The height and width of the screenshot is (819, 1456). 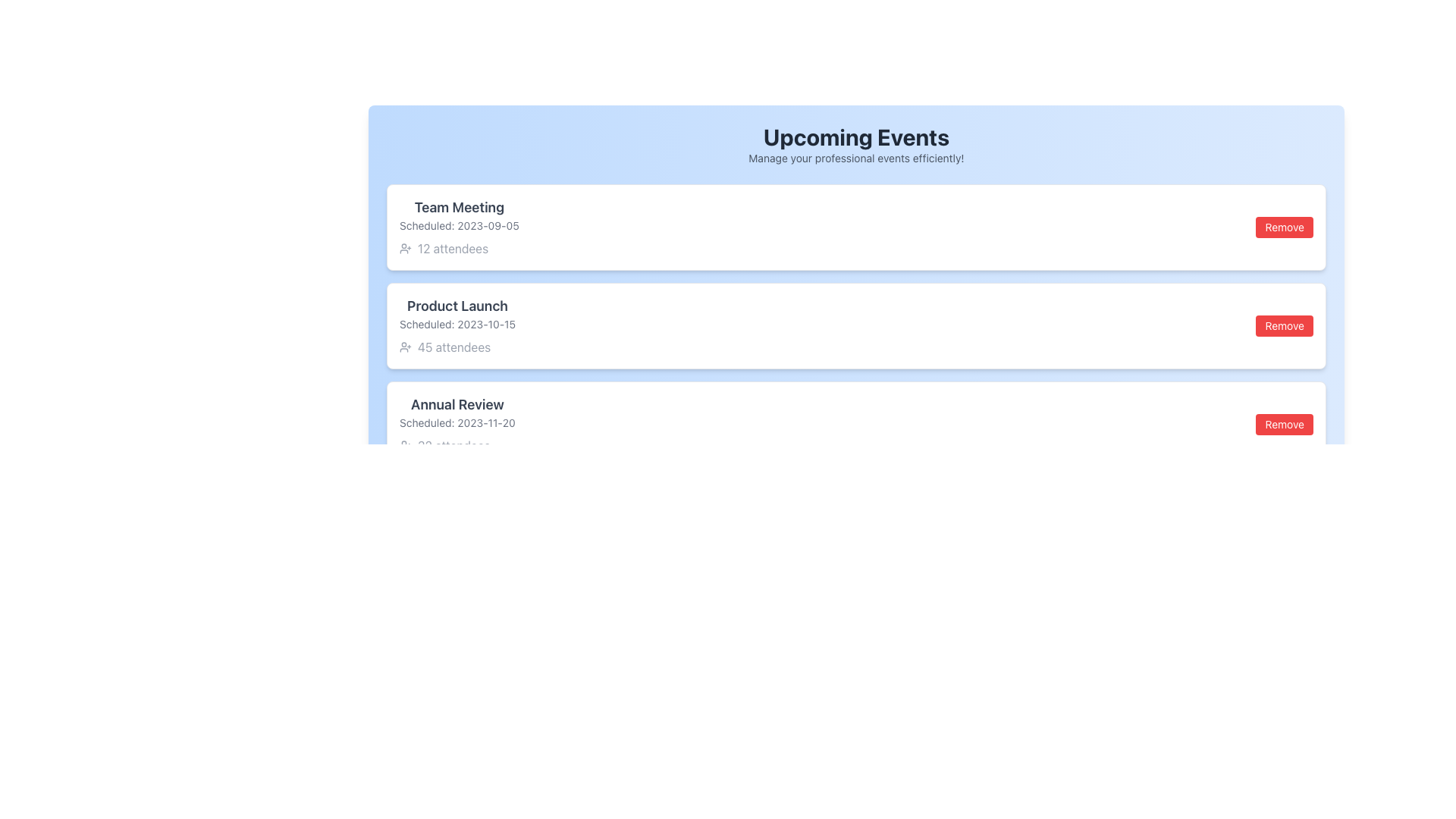 What do you see at coordinates (457, 324) in the screenshot?
I see `the Static Text element displaying the scheduled event date 'Scheduled: 2023-10-15' which is located beneath the title 'Product Launch'` at bounding box center [457, 324].